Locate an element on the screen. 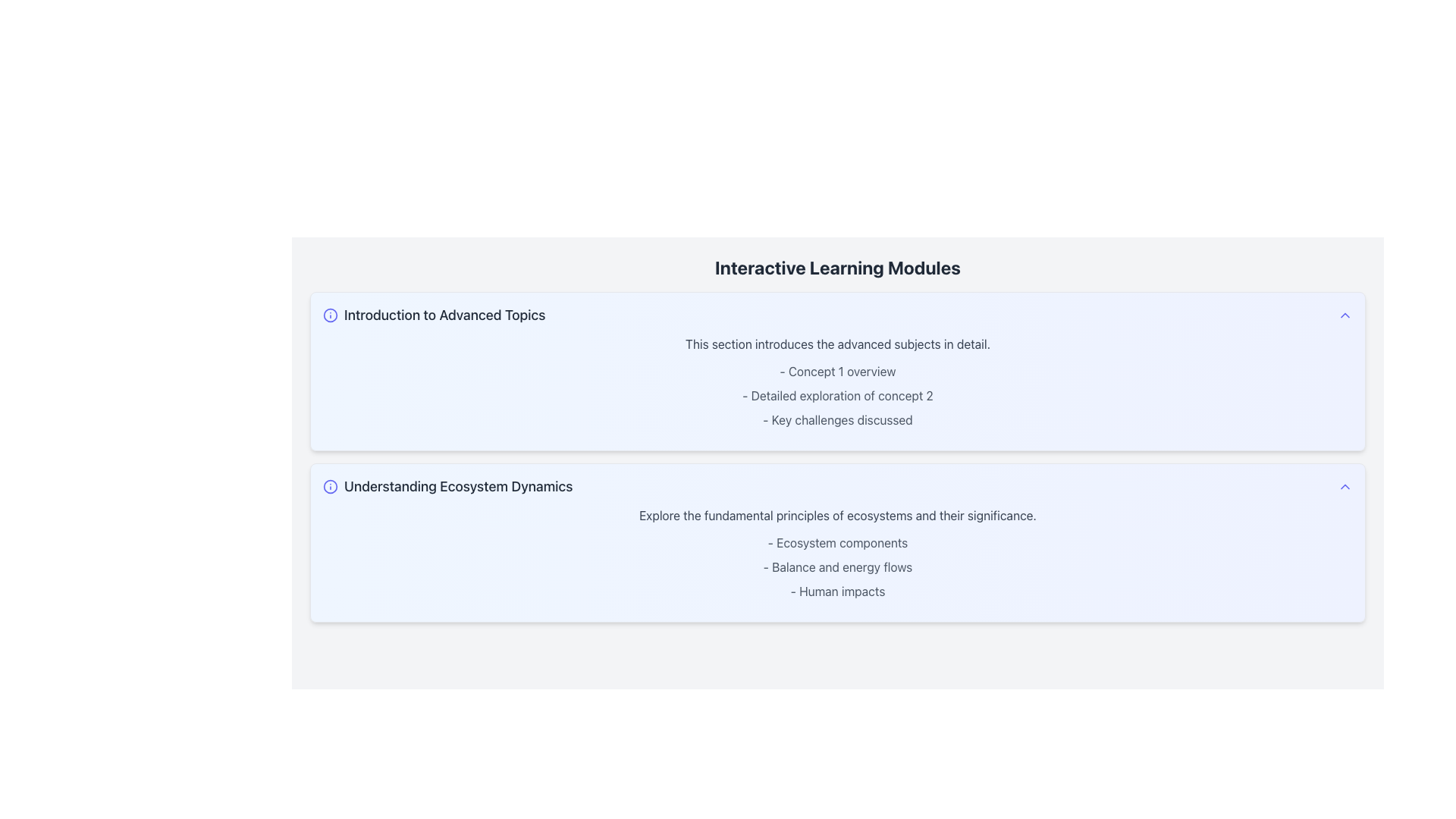  the text content of the vertical list displaying topics such as 'Concept 1 overview', 'Detailed exploration of concept 2', and 'Key challenges discussed', which is styled in gray font against a light blue background is located at coordinates (836, 394).